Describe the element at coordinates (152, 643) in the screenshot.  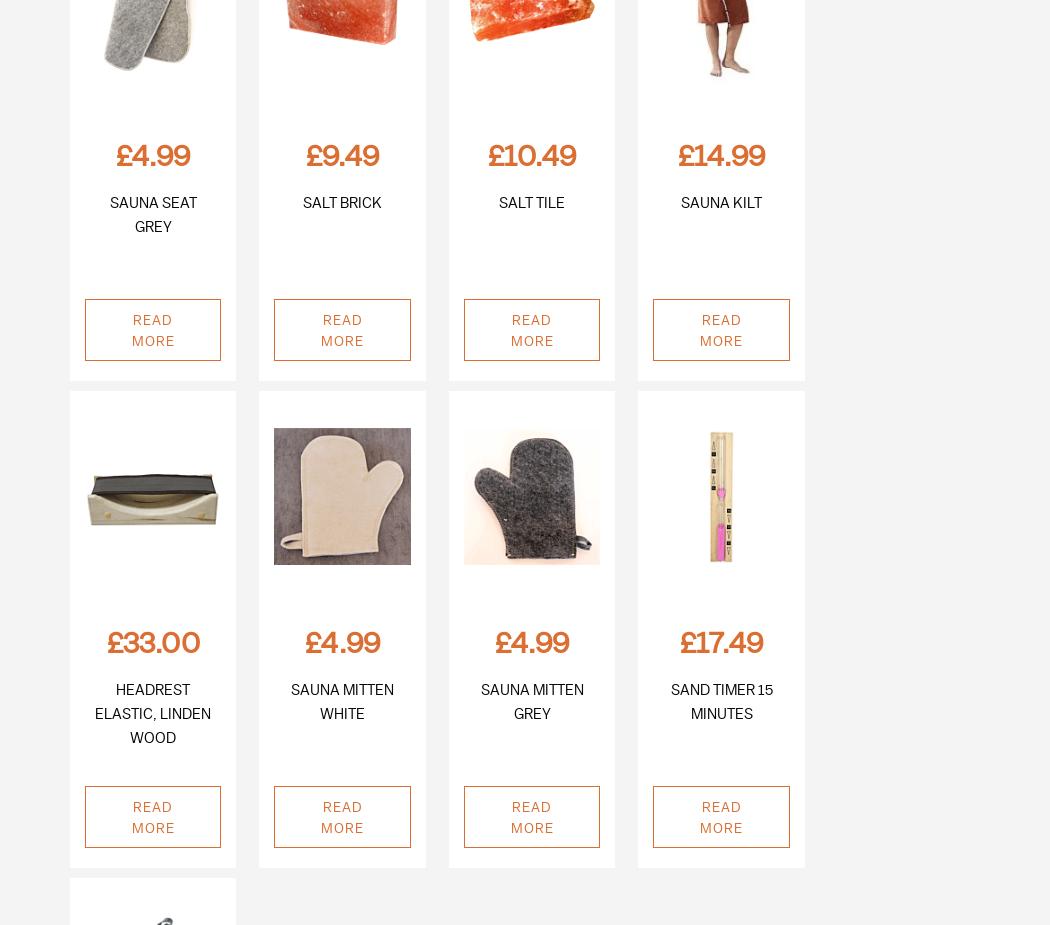
I see `'£33.00'` at that location.